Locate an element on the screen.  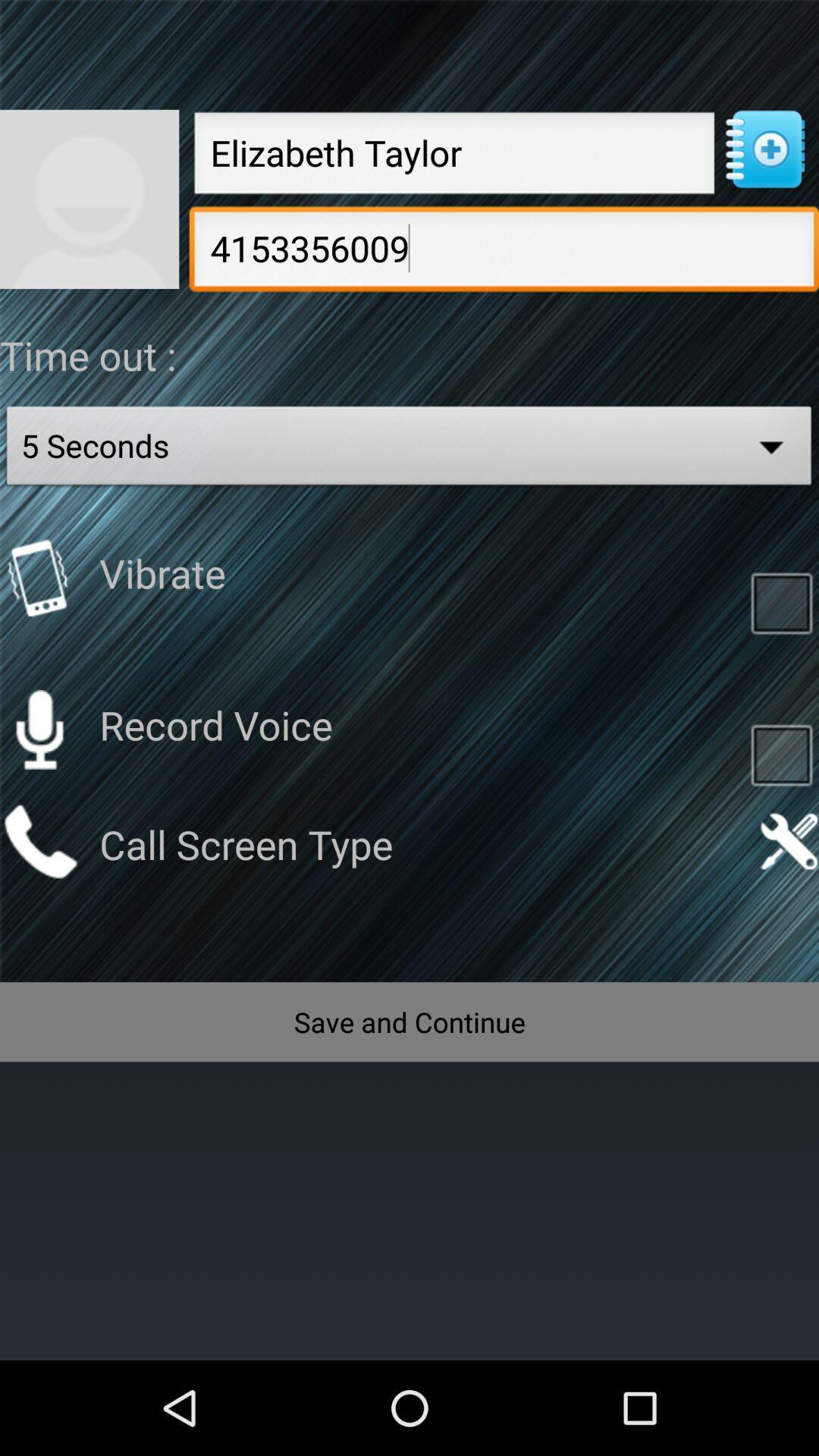
profile photo is located at coordinates (89, 198).